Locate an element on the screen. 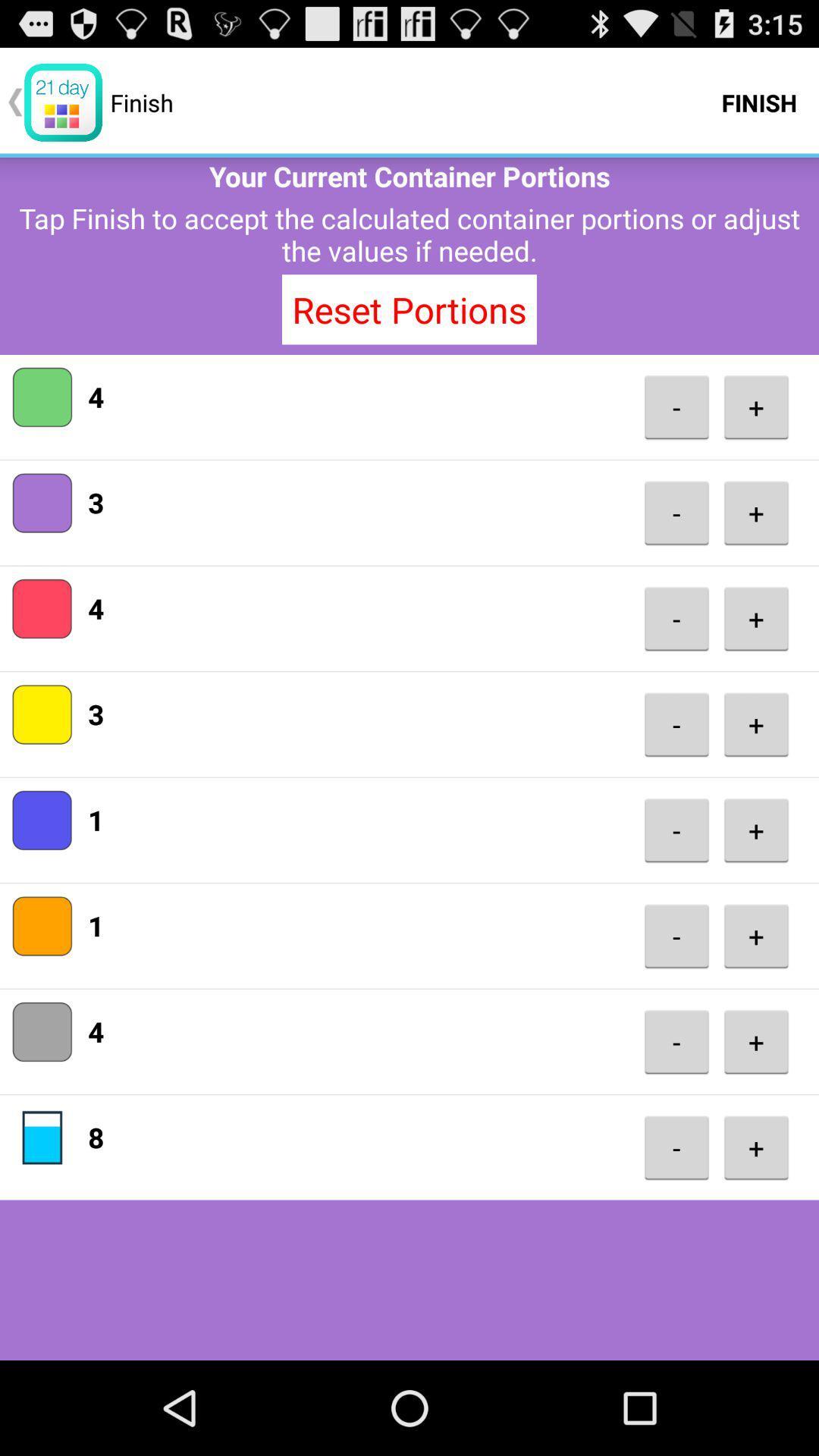 The image size is (819, 1456). item to the left of + is located at coordinates (676, 1147).